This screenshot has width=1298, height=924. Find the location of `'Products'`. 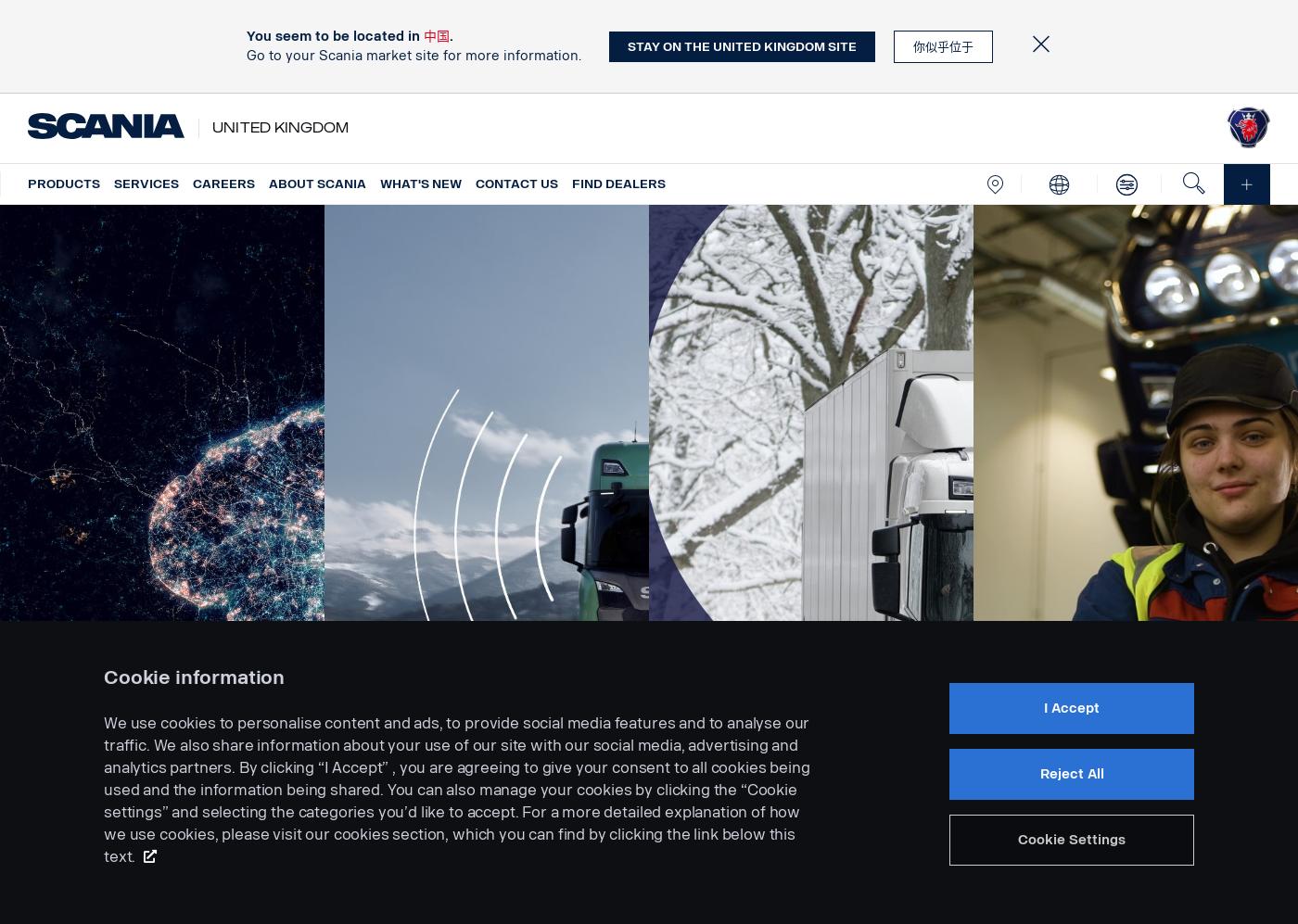

'Products' is located at coordinates (26, 184).